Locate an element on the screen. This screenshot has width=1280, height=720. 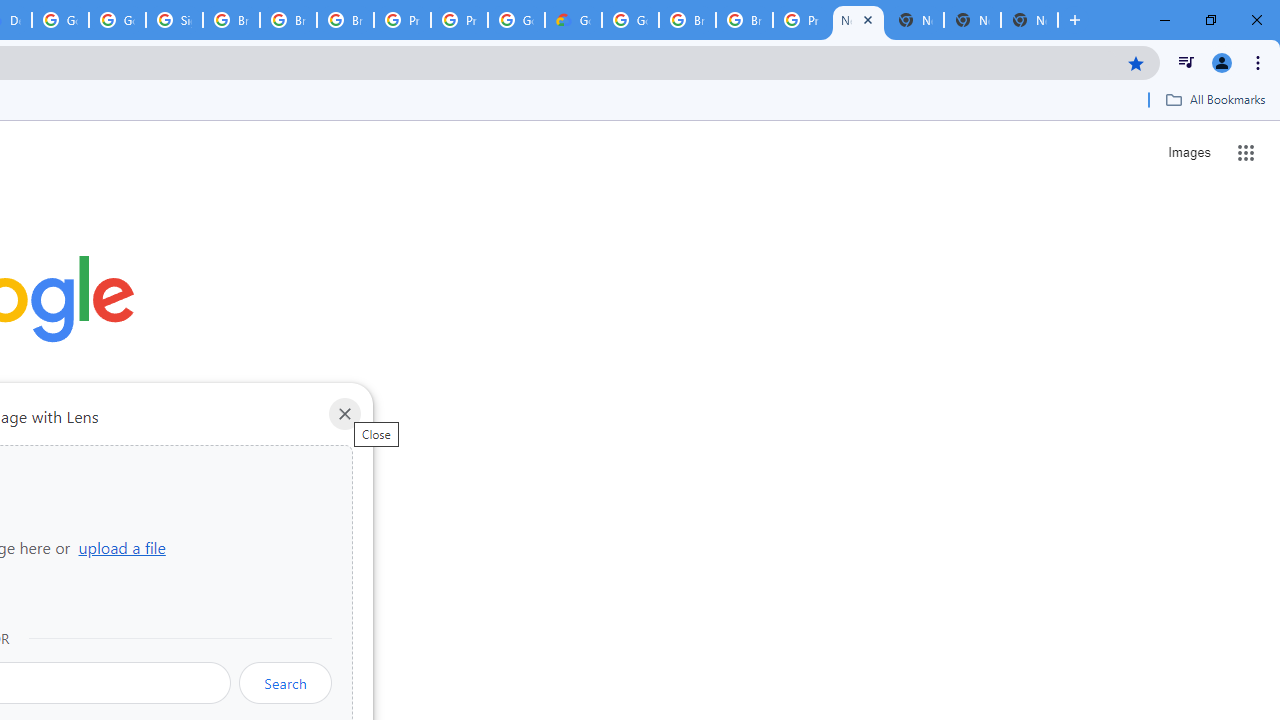
'Control your music, videos, and more' is located at coordinates (1185, 61).